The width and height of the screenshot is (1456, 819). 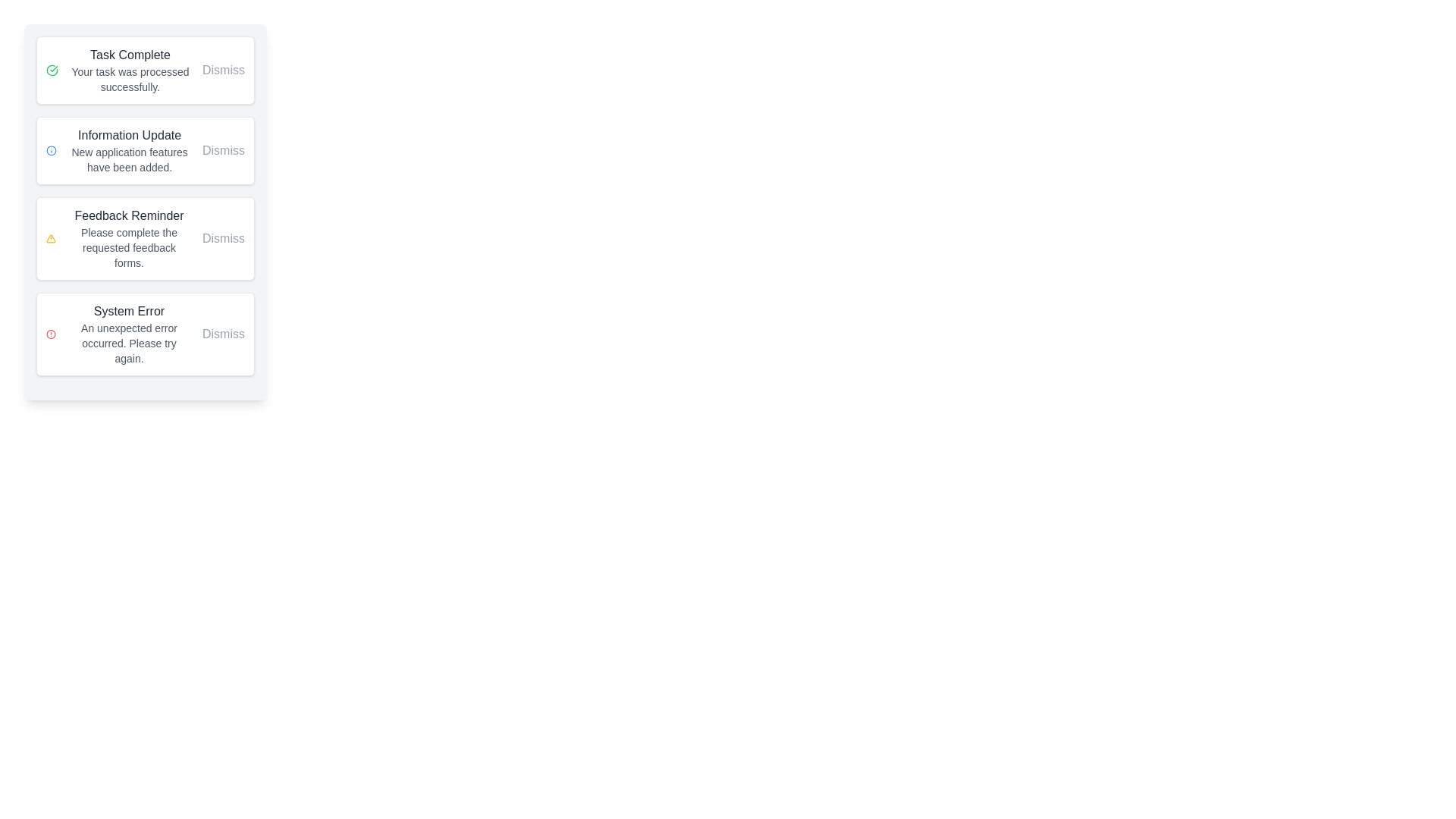 What do you see at coordinates (52, 70) in the screenshot?
I see `the green circular icon with a check mark that indicates success, located at the top of the notification card with the header 'Task Complete'` at bounding box center [52, 70].